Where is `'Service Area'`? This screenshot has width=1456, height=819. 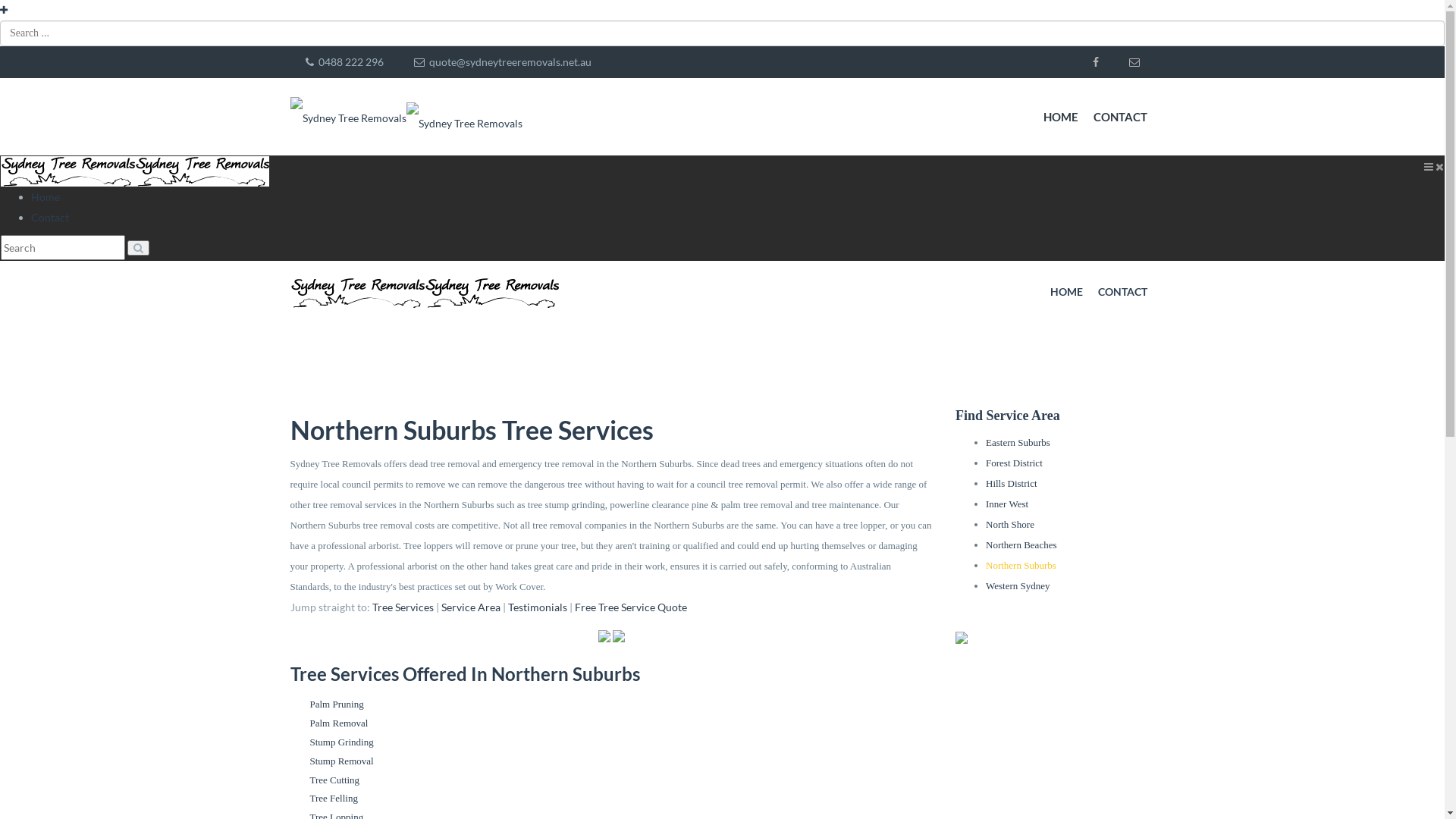 'Service Area' is located at coordinates (469, 606).